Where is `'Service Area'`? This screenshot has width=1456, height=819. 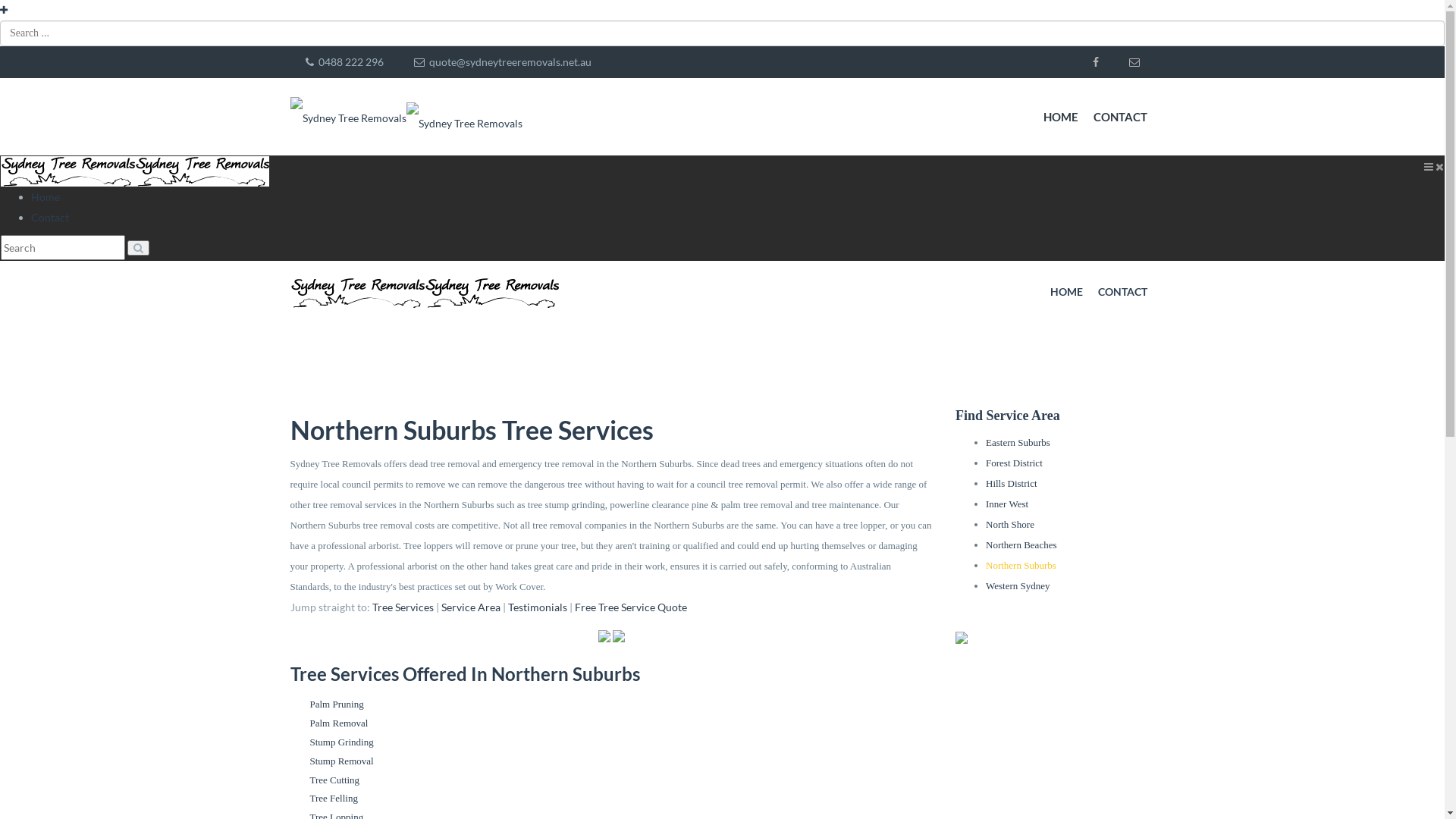 'Service Area' is located at coordinates (469, 606).